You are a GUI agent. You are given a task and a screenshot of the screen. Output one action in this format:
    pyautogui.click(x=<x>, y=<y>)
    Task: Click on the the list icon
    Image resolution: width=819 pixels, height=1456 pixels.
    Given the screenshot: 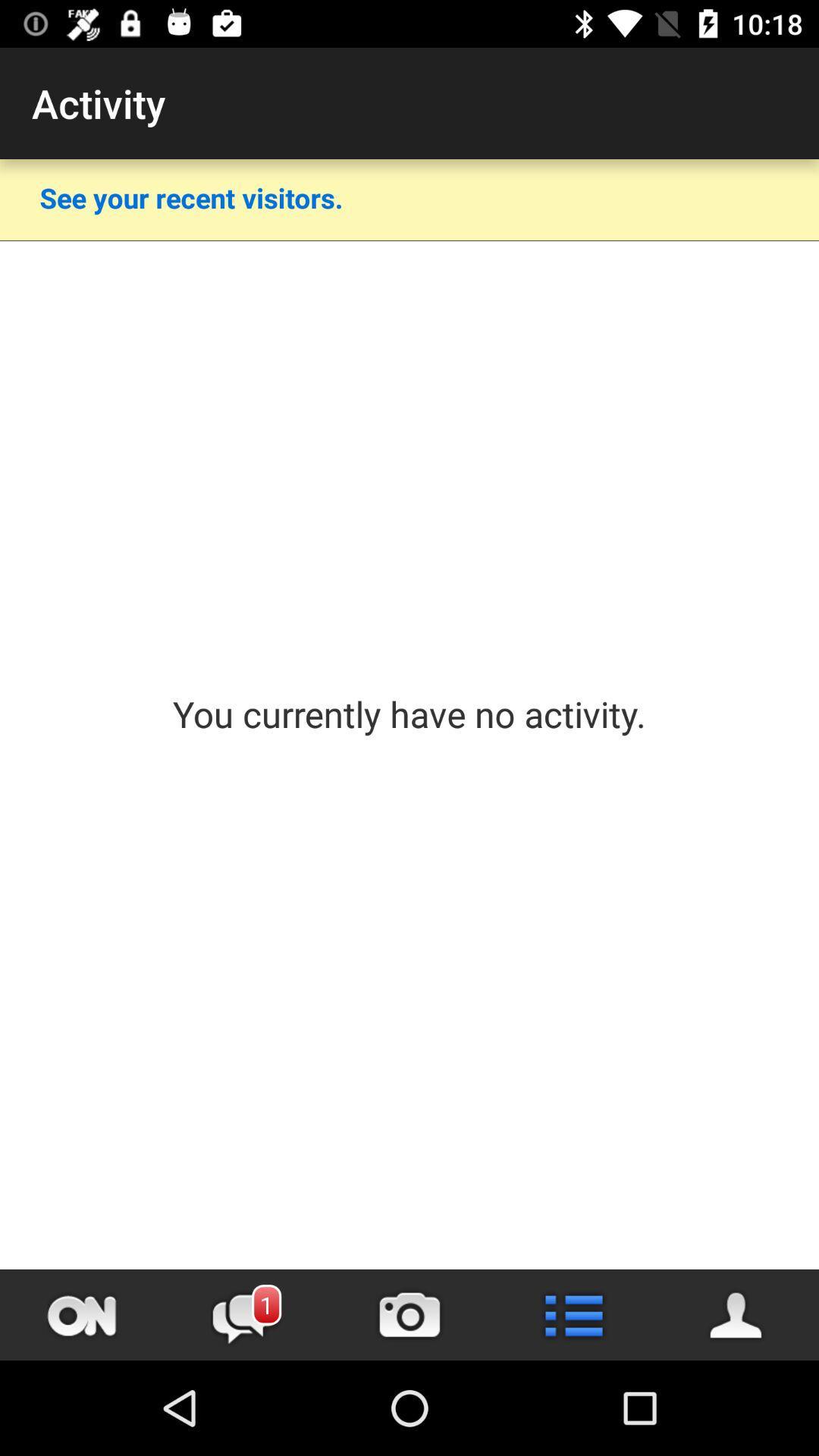 What is the action you would take?
    pyautogui.click(x=573, y=1314)
    